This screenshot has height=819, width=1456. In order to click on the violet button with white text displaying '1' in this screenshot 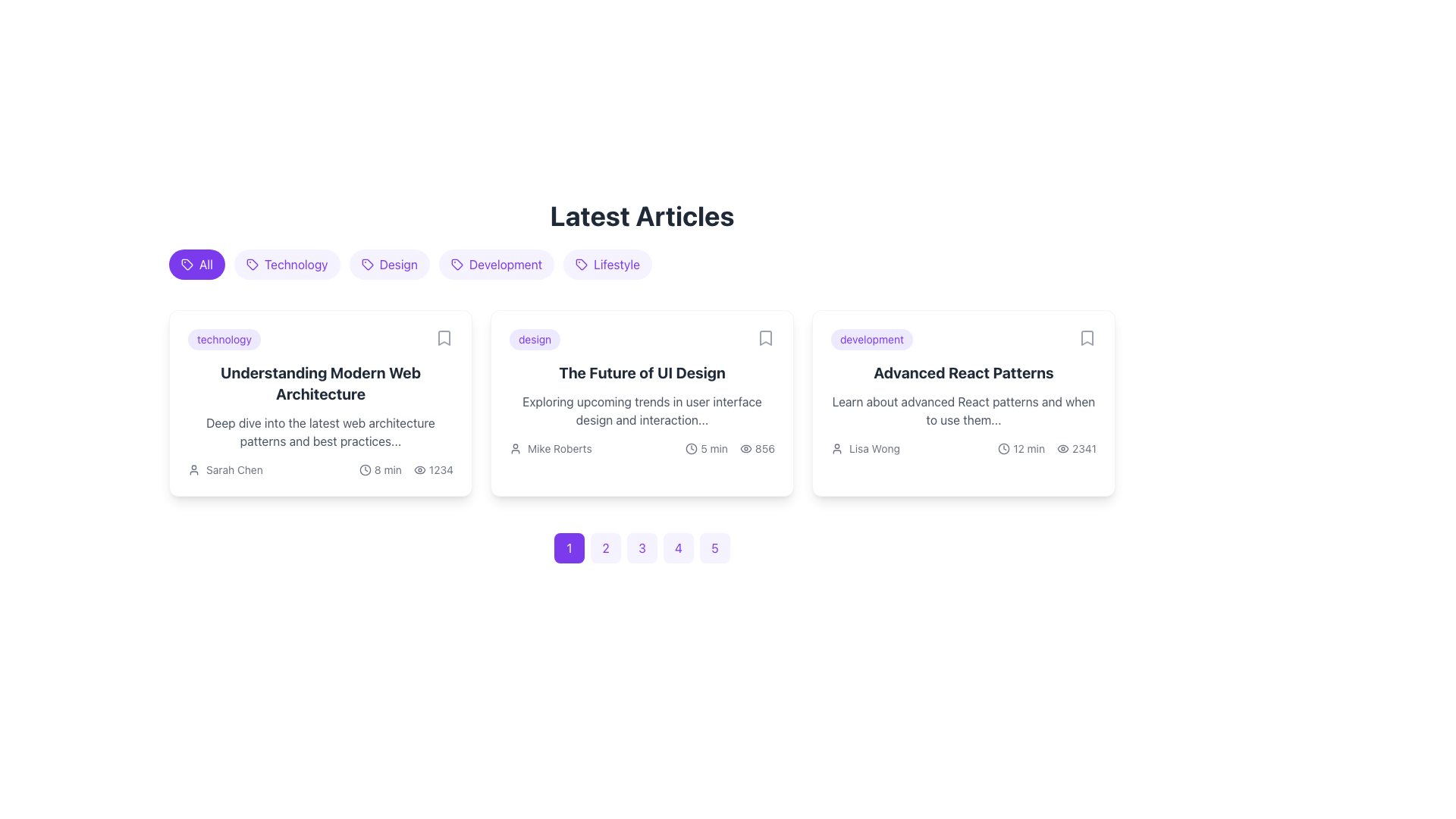, I will do `click(568, 548)`.